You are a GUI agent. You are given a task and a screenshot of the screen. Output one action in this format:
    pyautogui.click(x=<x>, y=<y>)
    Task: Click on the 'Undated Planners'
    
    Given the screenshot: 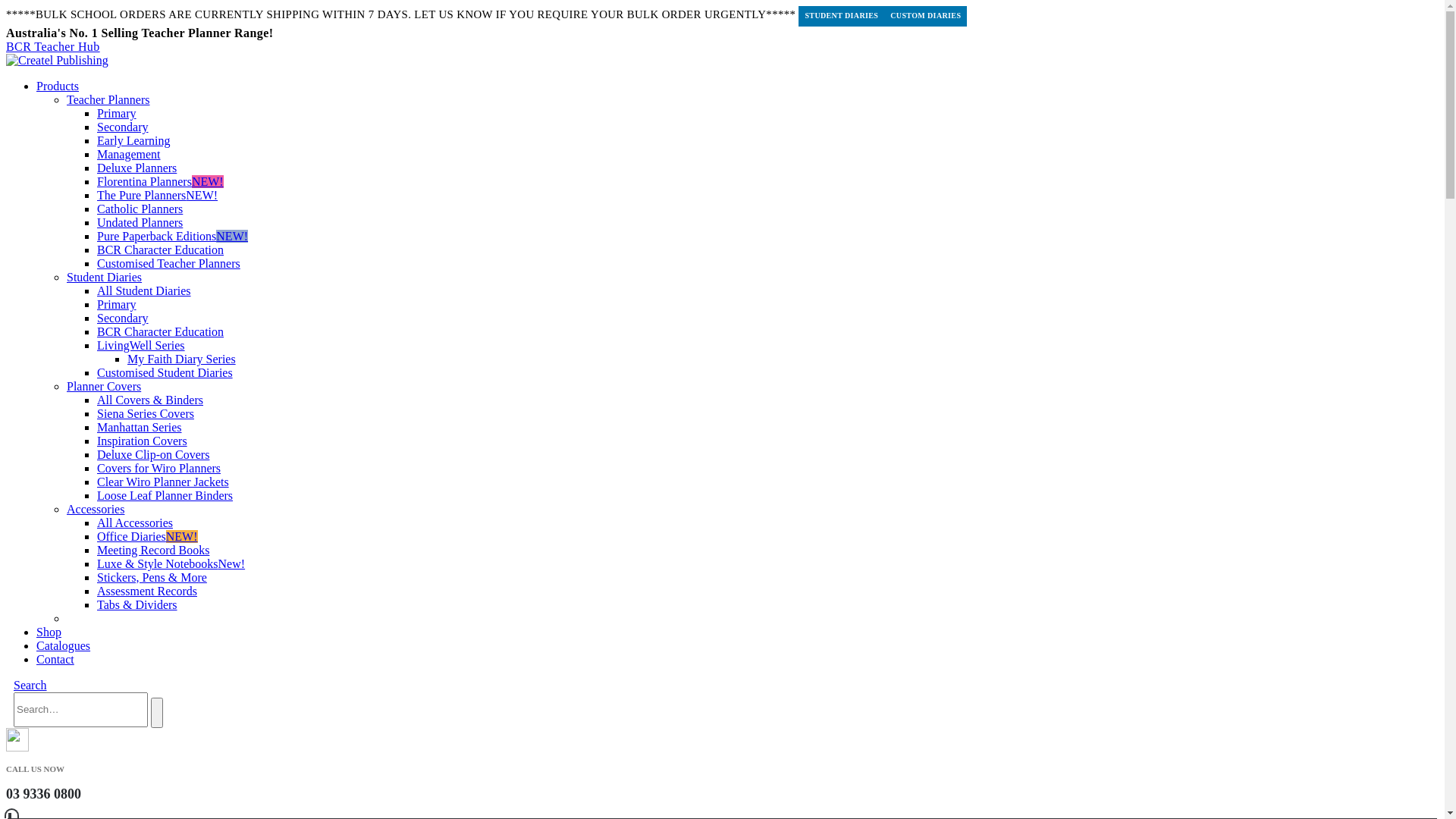 What is the action you would take?
    pyautogui.click(x=140, y=222)
    